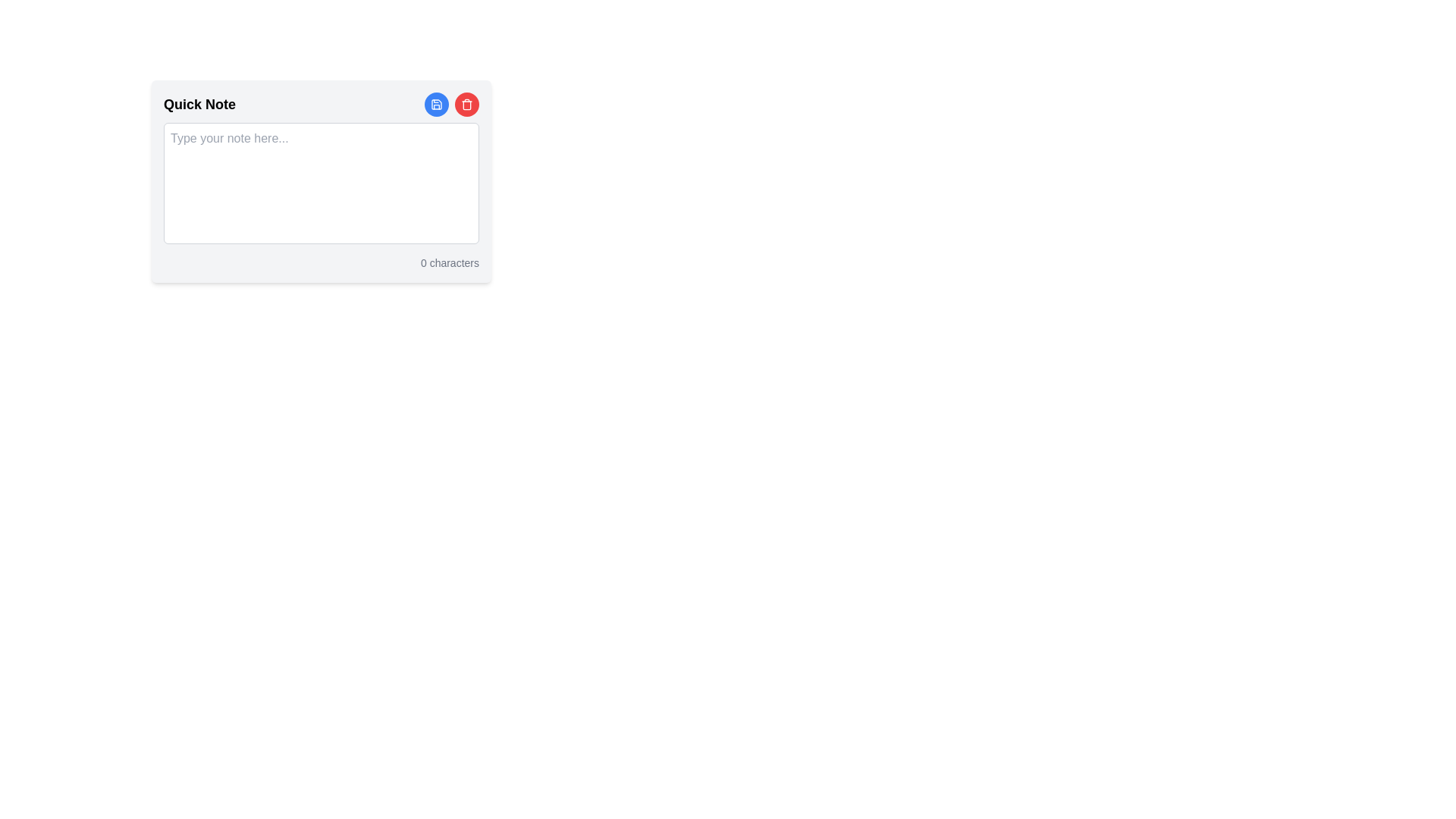 Image resolution: width=1456 pixels, height=819 pixels. I want to click on the circular red button with a white trash icon located at the top-right corner of the 'Quick Note' widget, so click(466, 104).